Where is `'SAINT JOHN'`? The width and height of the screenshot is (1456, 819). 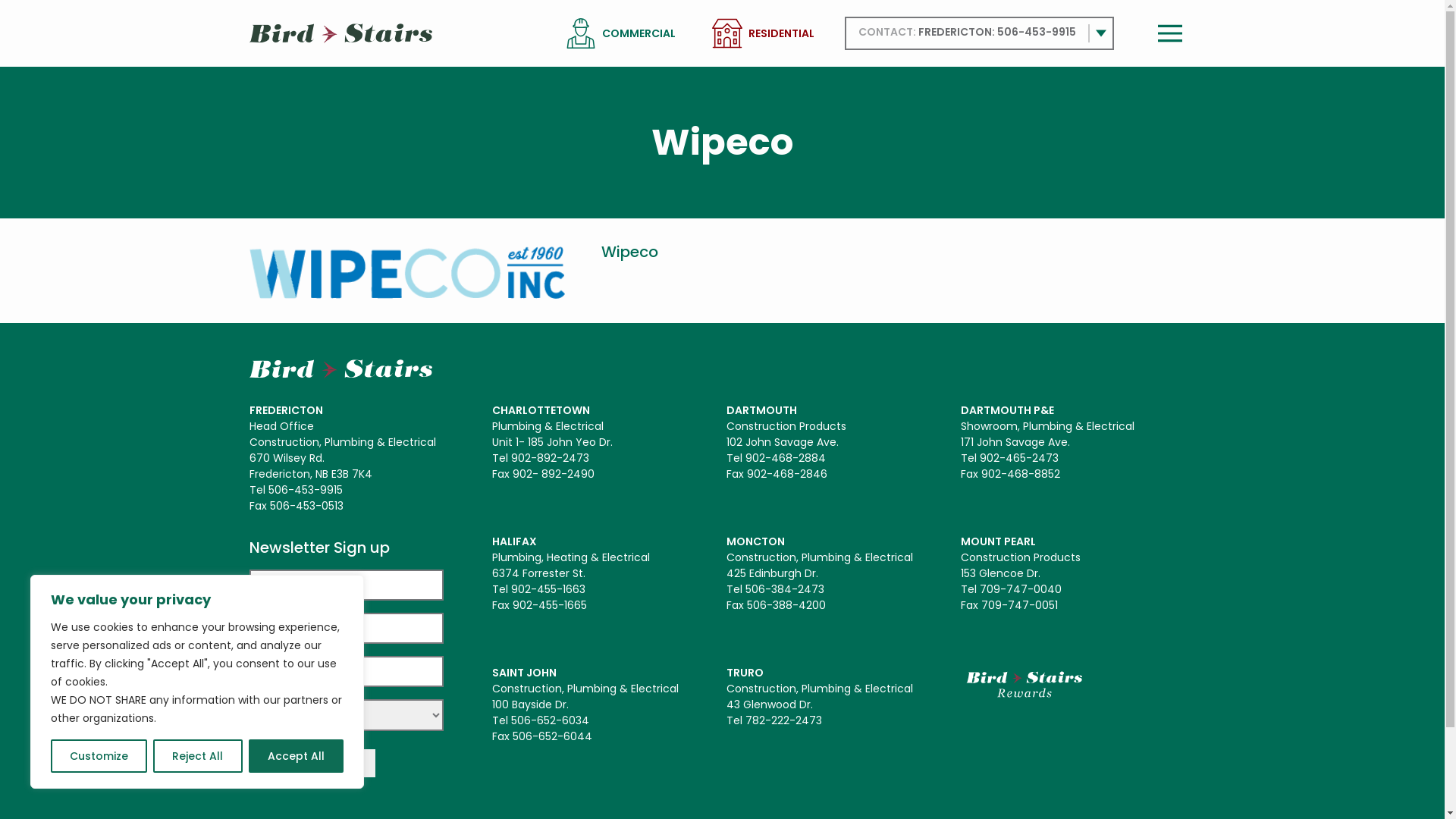
'SAINT JOHN' is located at coordinates (523, 672).